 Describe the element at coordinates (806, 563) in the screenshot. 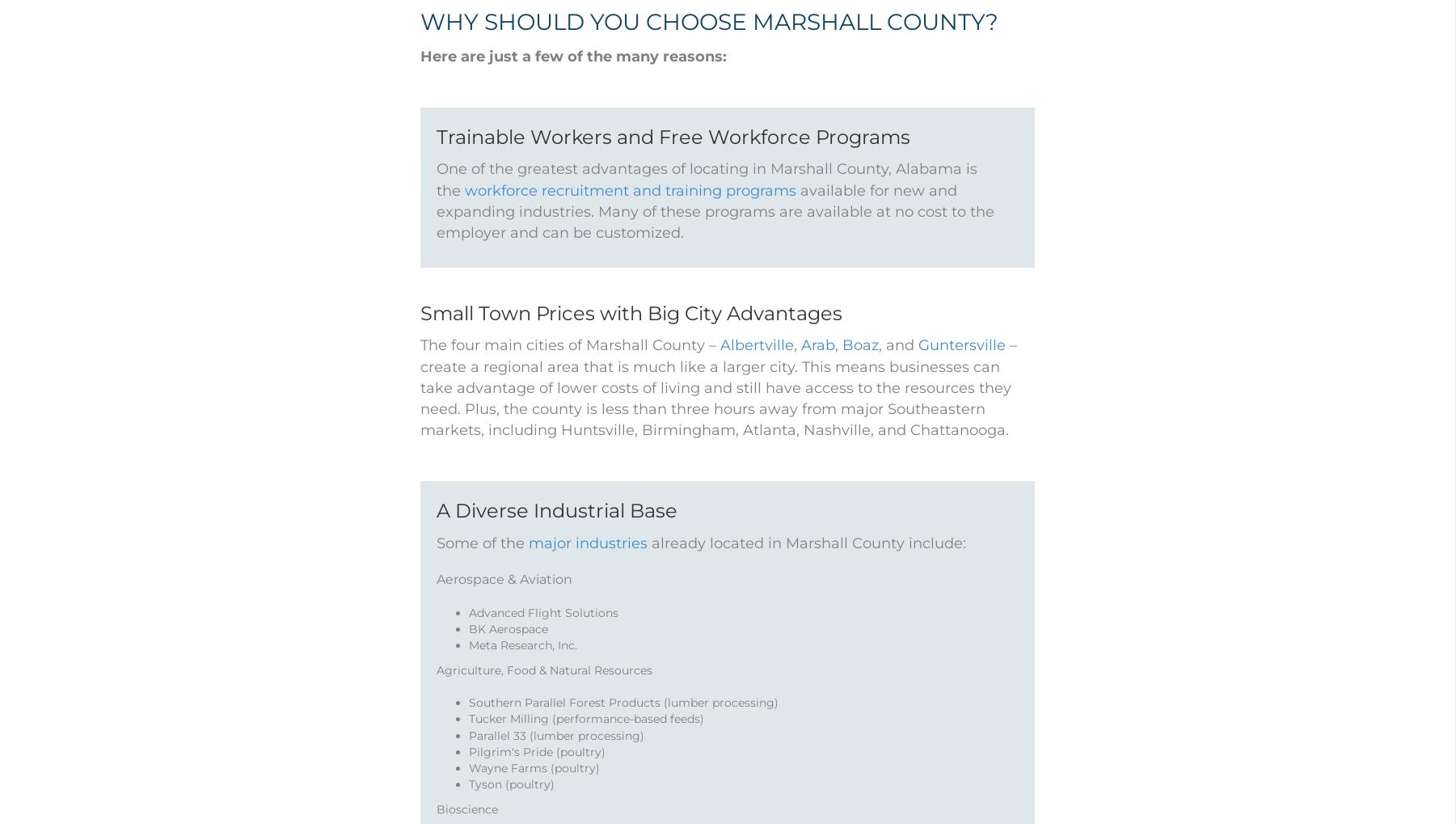

I see `'already located in Marshall County include:'` at that location.